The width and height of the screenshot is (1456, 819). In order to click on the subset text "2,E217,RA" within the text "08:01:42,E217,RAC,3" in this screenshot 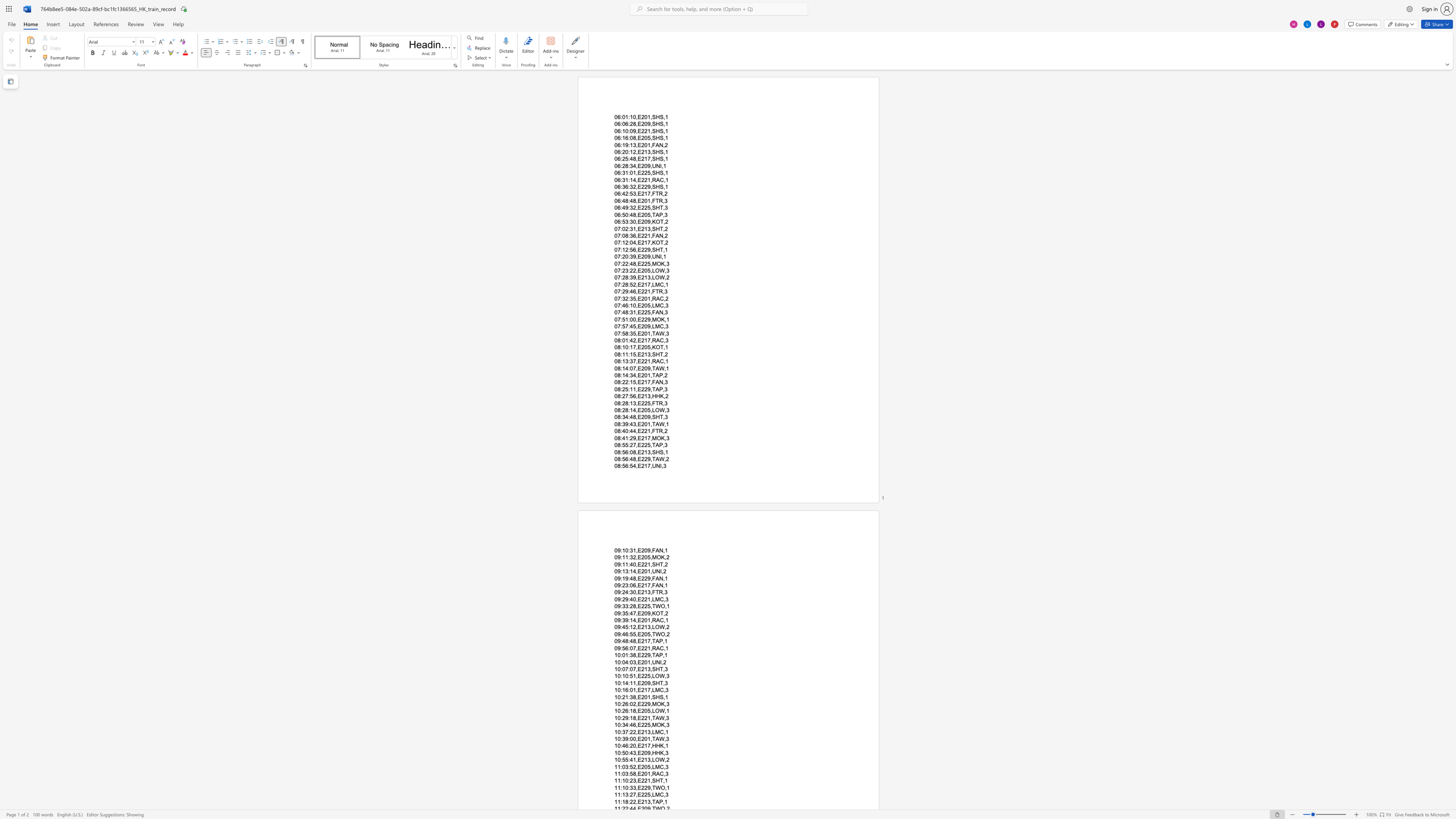, I will do `click(632, 339)`.